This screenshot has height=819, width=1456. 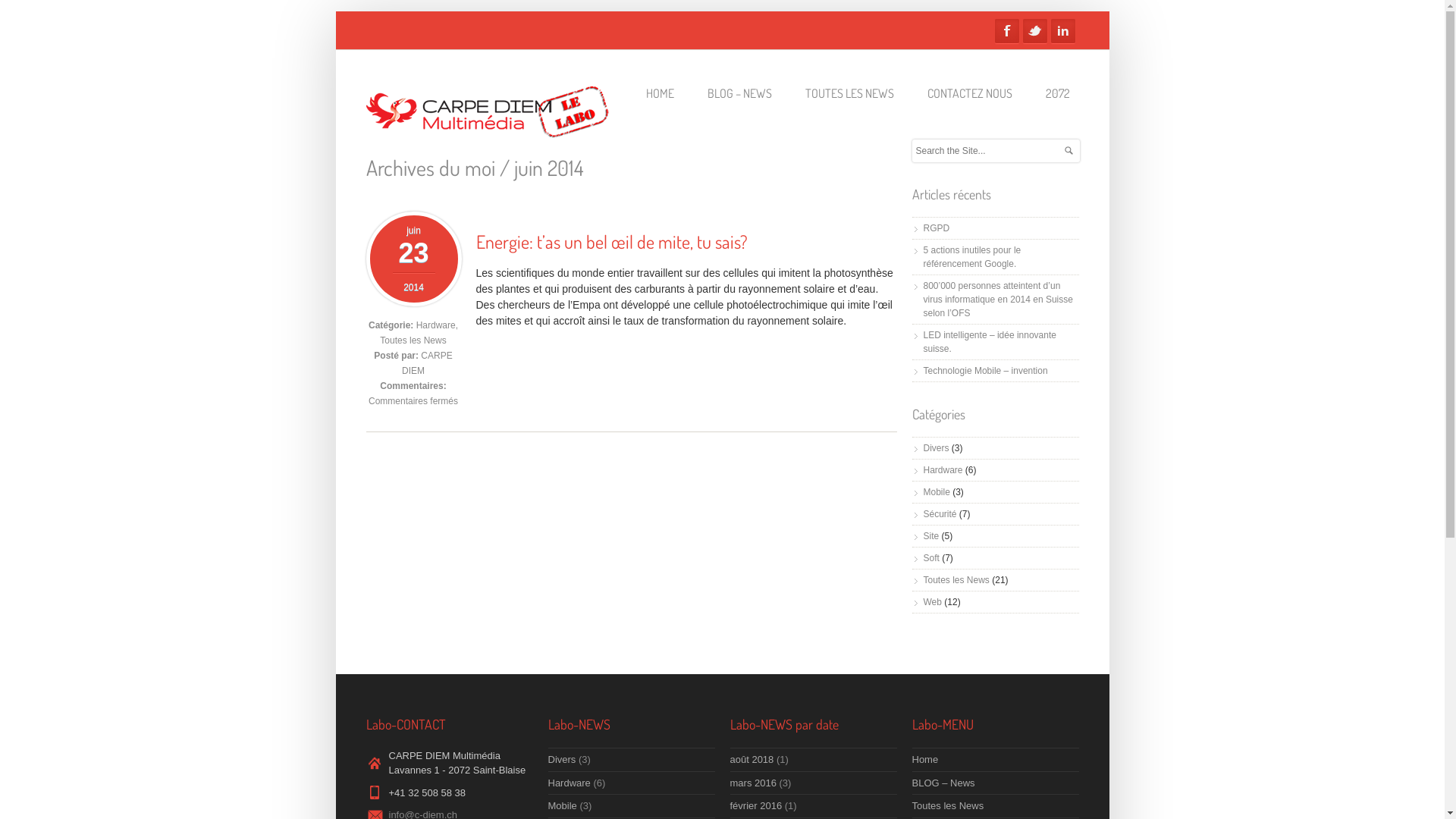 I want to click on 'RGPD', so click(x=936, y=227).